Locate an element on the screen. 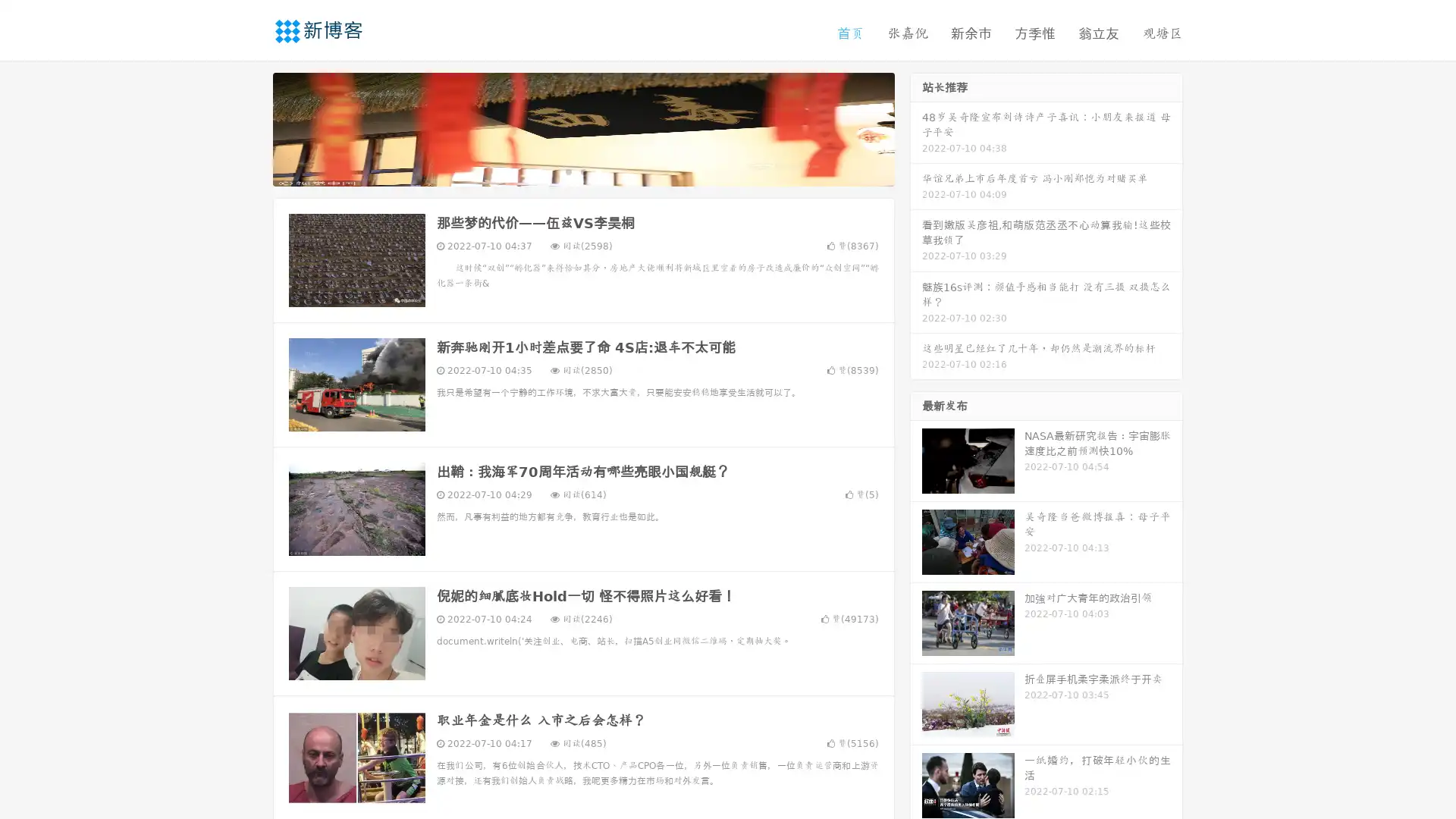  Go to slide 1 is located at coordinates (567, 171).